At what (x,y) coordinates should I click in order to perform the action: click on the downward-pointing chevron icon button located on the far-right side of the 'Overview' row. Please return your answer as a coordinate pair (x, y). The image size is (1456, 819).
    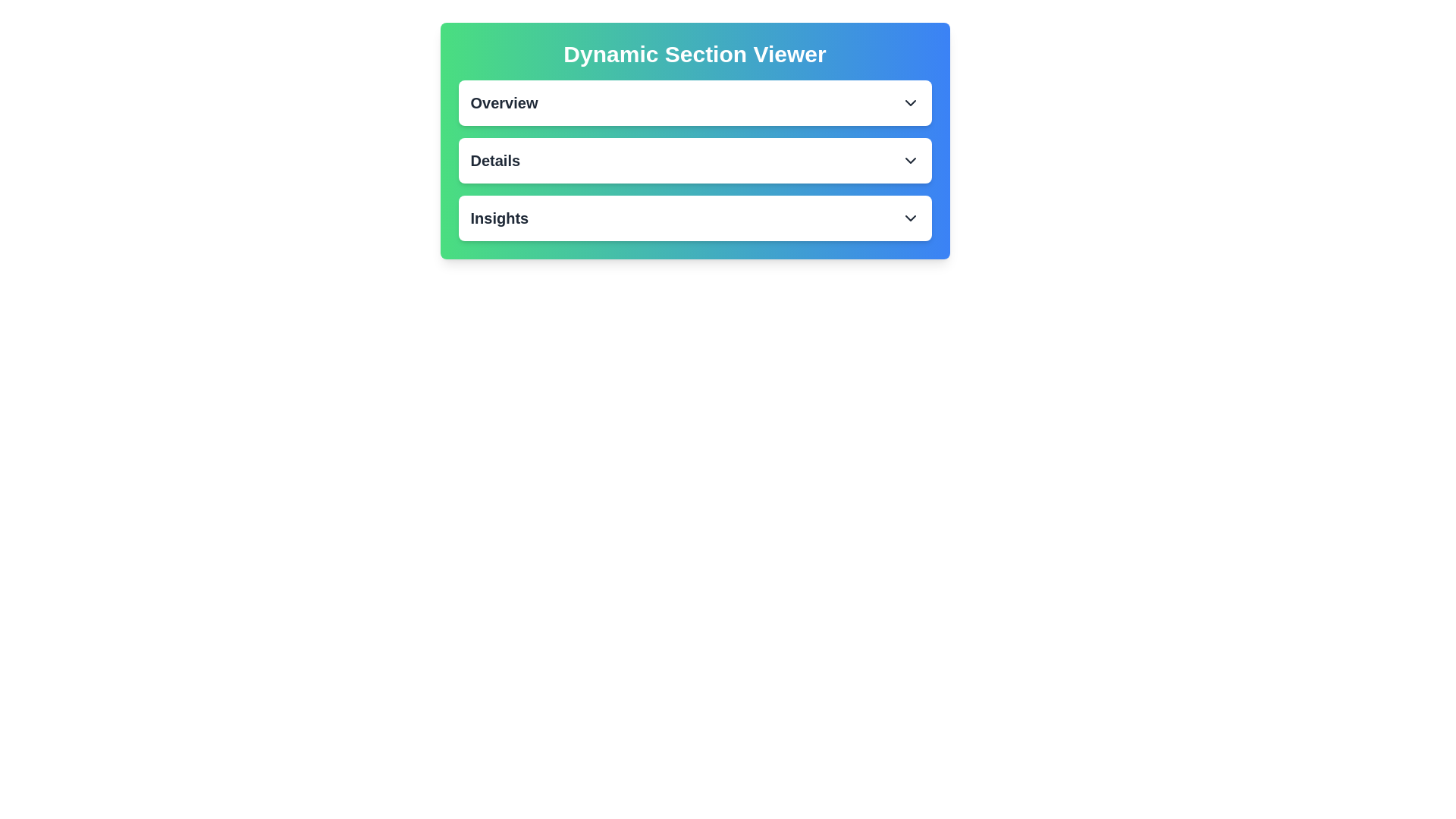
    Looking at the image, I should click on (910, 102).